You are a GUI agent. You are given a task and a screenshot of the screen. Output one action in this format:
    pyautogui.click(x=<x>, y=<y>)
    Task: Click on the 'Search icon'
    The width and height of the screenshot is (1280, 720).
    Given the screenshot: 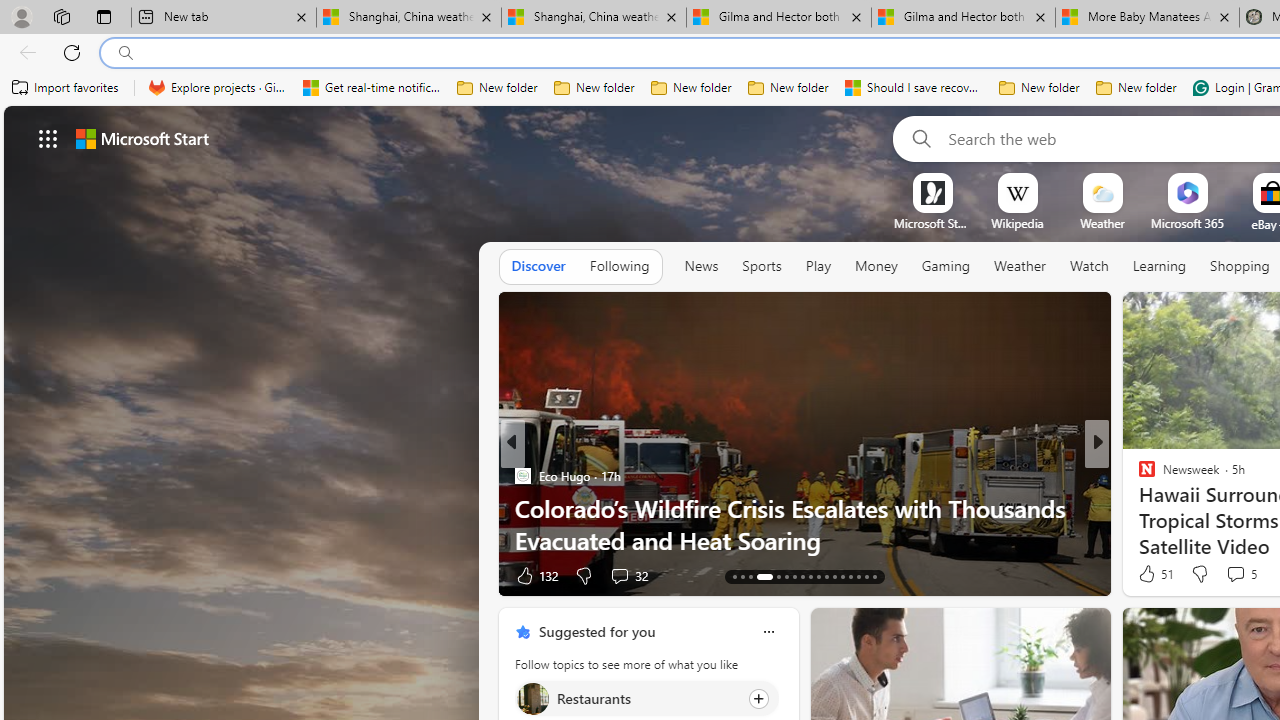 What is the action you would take?
    pyautogui.click(x=125, y=52)
    